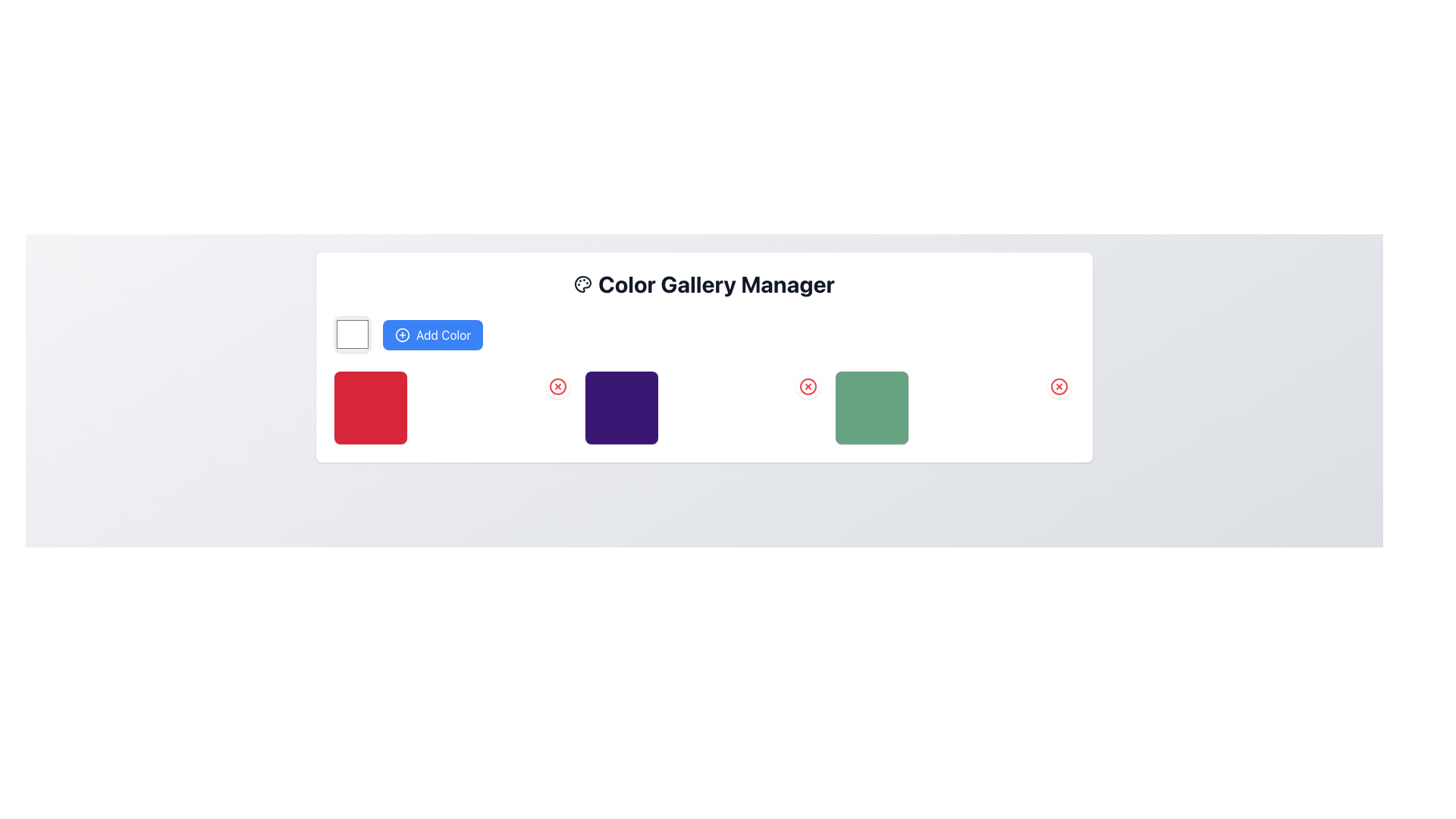 The height and width of the screenshot is (819, 1456). What do you see at coordinates (704, 284) in the screenshot?
I see `the prominent heading 'Color Gallery Manager' with an icon resembling a palette, located near the top center of the interface` at bounding box center [704, 284].